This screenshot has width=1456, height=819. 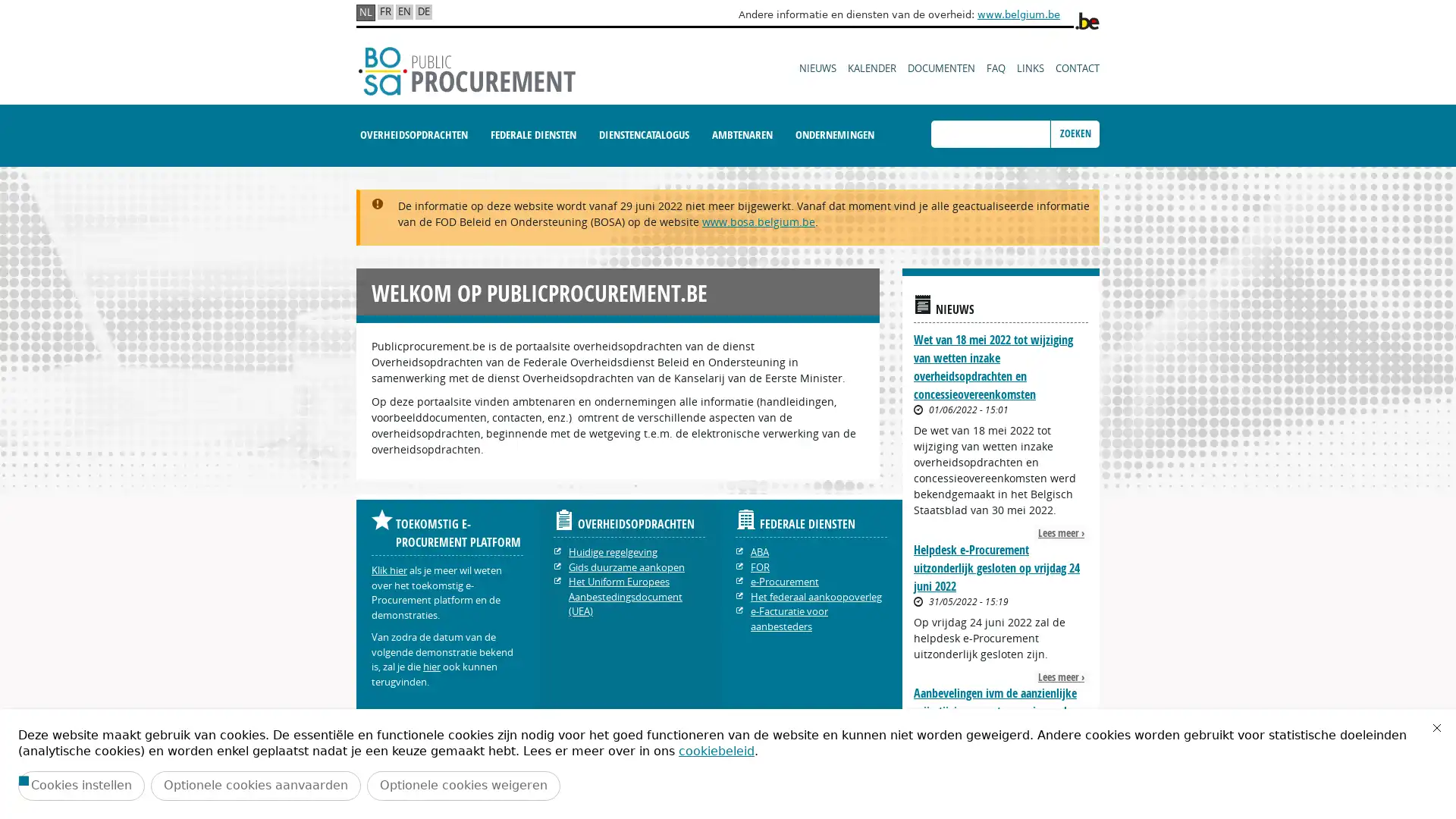 What do you see at coordinates (1074, 133) in the screenshot?
I see `Zoeken` at bounding box center [1074, 133].